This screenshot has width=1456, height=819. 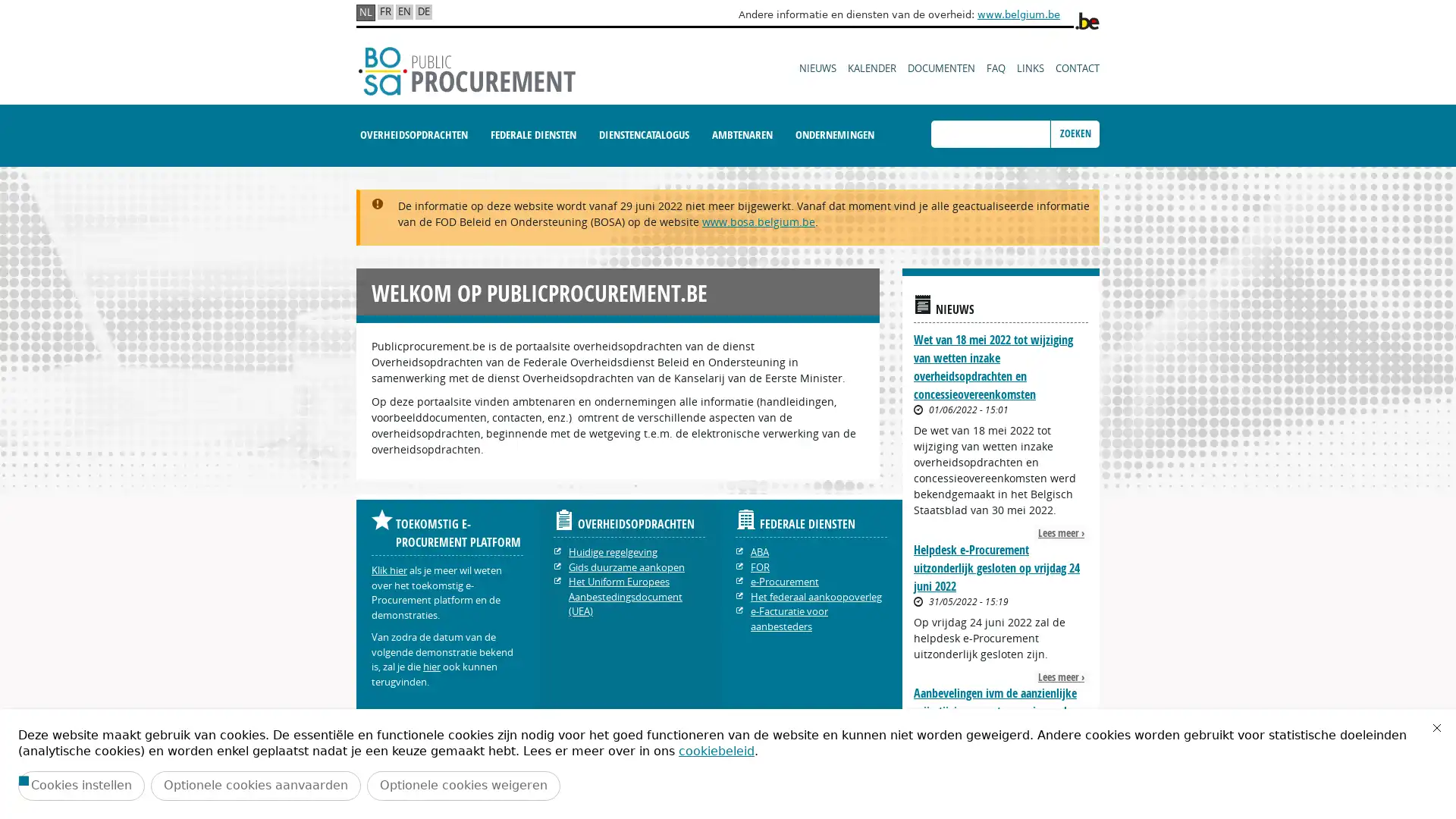 What do you see at coordinates (1074, 133) in the screenshot?
I see `Zoeken` at bounding box center [1074, 133].